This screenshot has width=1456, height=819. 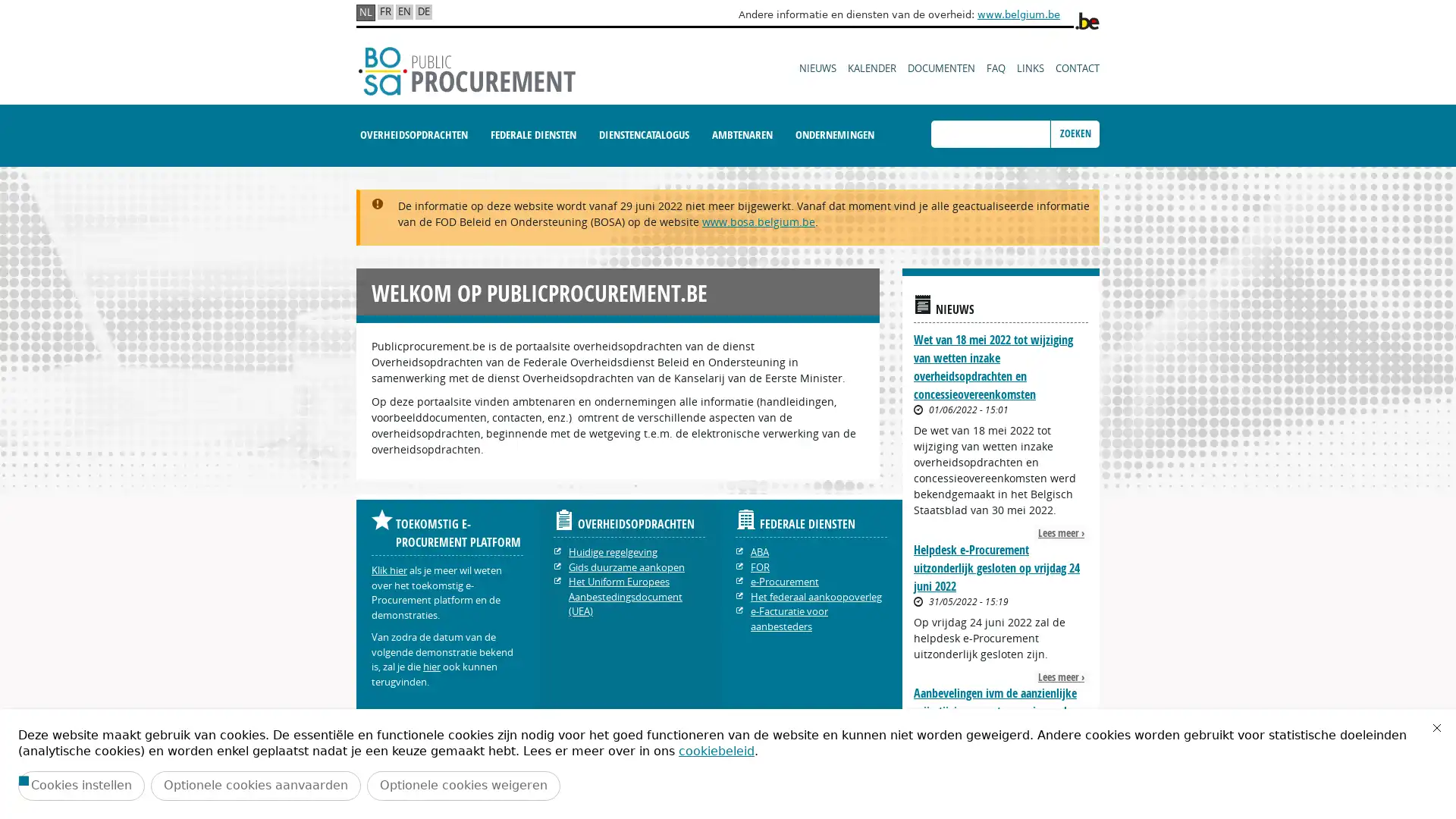 What do you see at coordinates (1074, 133) in the screenshot?
I see `Zoeken` at bounding box center [1074, 133].